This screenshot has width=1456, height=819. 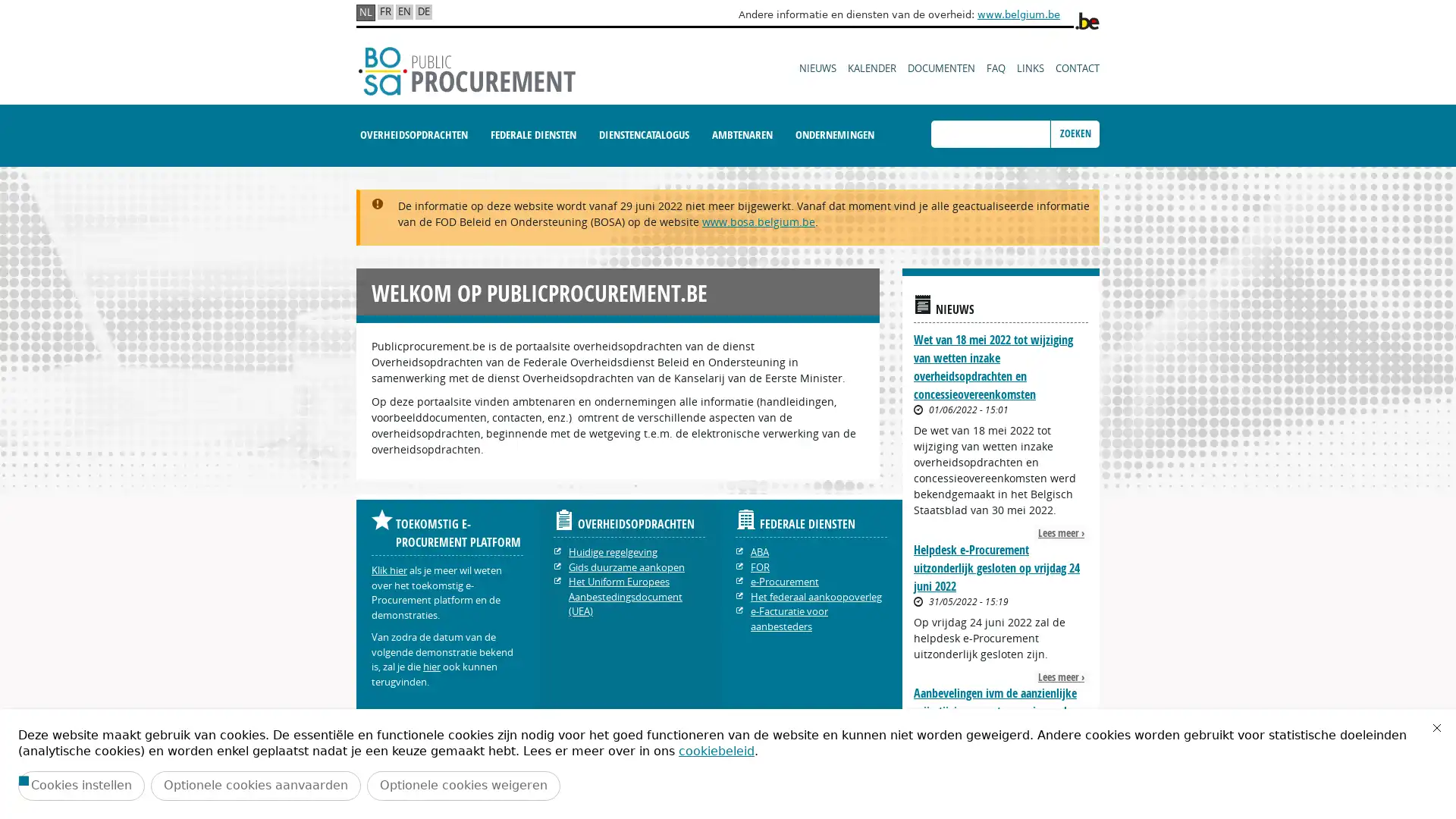 What do you see at coordinates (1074, 133) in the screenshot?
I see `Zoeken` at bounding box center [1074, 133].